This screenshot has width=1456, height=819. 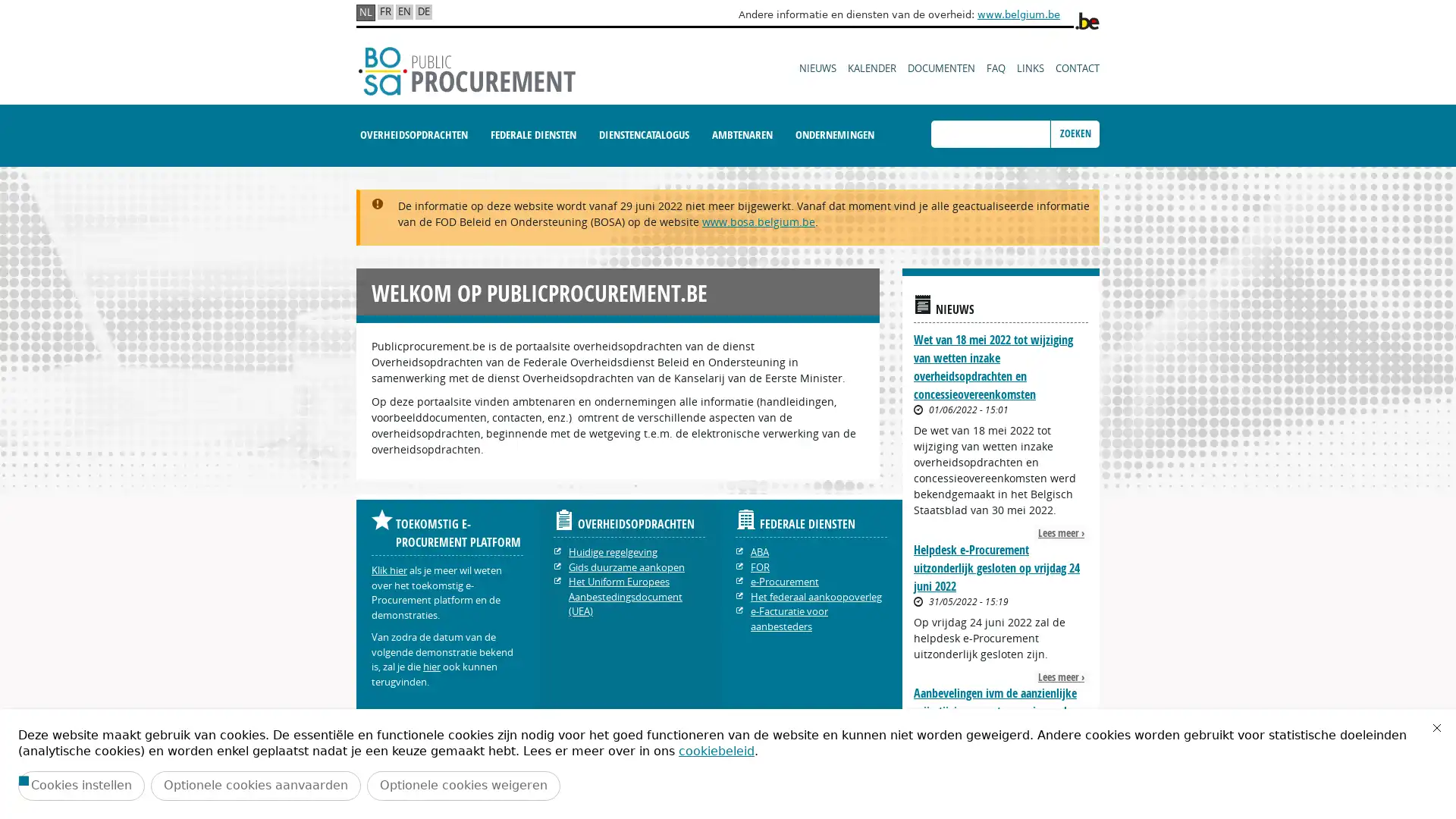 What do you see at coordinates (1074, 133) in the screenshot?
I see `Zoeken` at bounding box center [1074, 133].